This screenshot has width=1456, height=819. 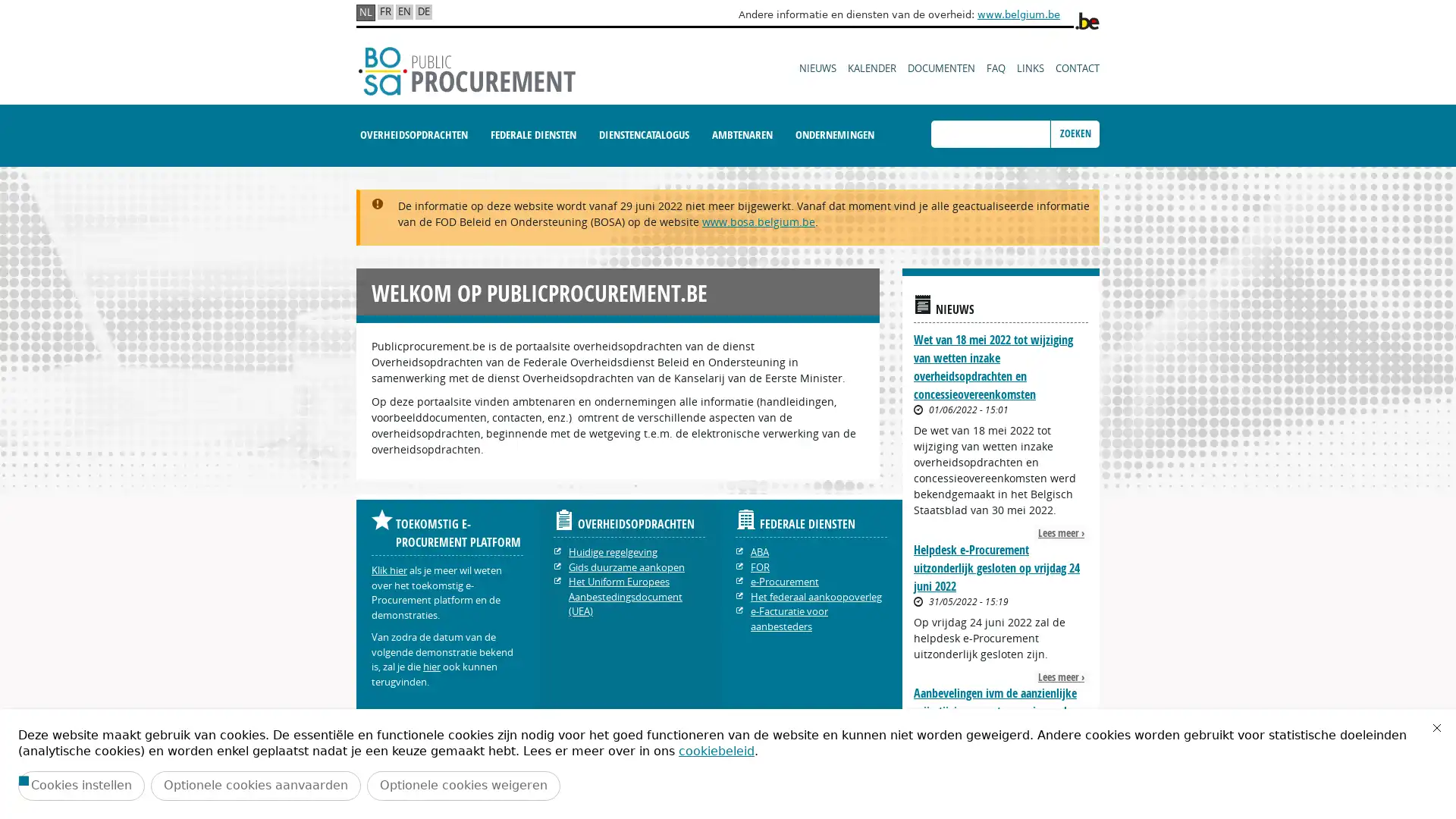 What do you see at coordinates (1074, 133) in the screenshot?
I see `Zoeken` at bounding box center [1074, 133].